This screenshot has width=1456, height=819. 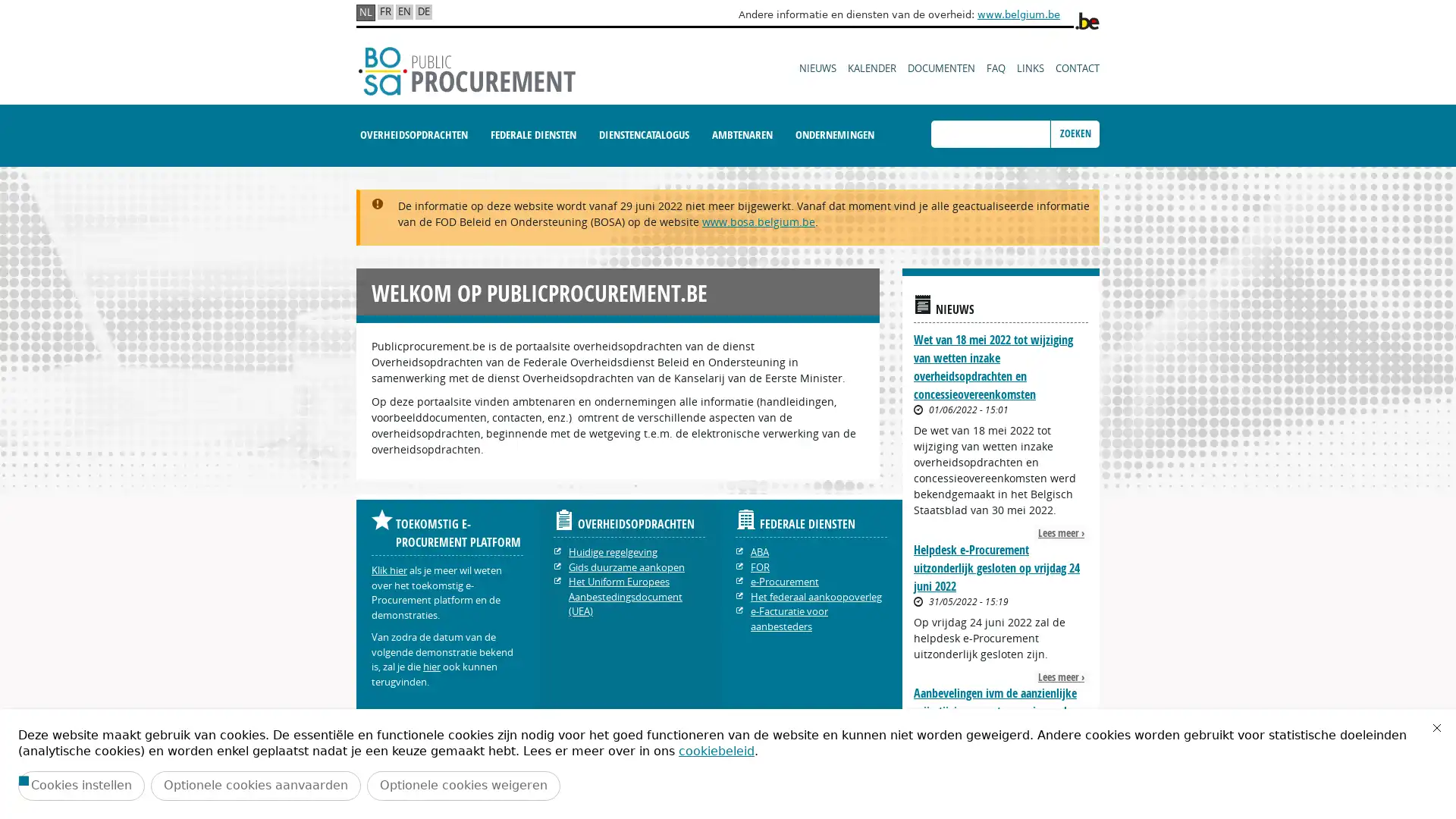 What do you see at coordinates (1074, 133) in the screenshot?
I see `Zoeken` at bounding box center [1074, 133].